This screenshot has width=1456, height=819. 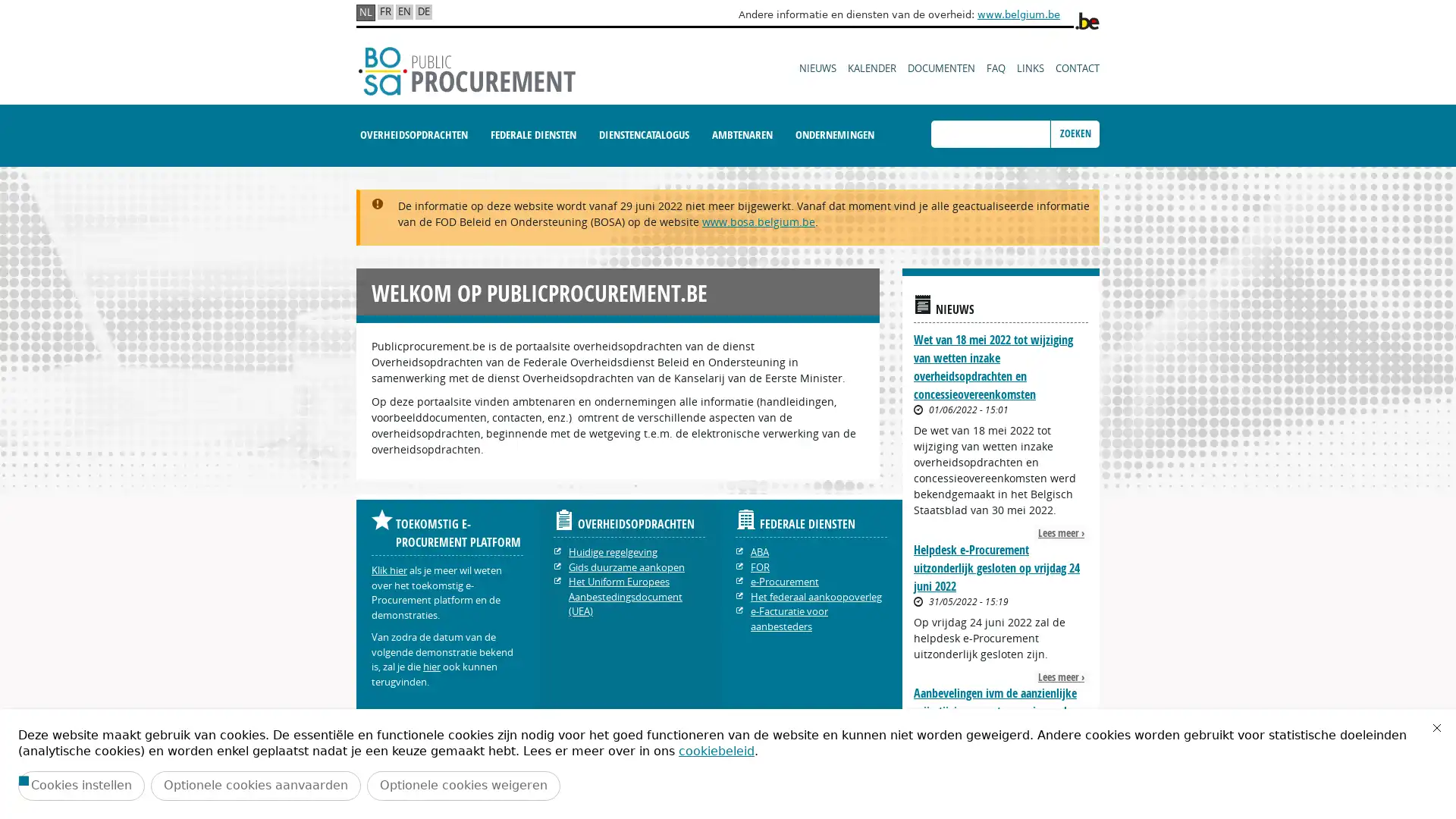 What do you see at coordinates (1074, 133) in the screenshot?
I see `Zoeken` at bounding box center [1074, 133].